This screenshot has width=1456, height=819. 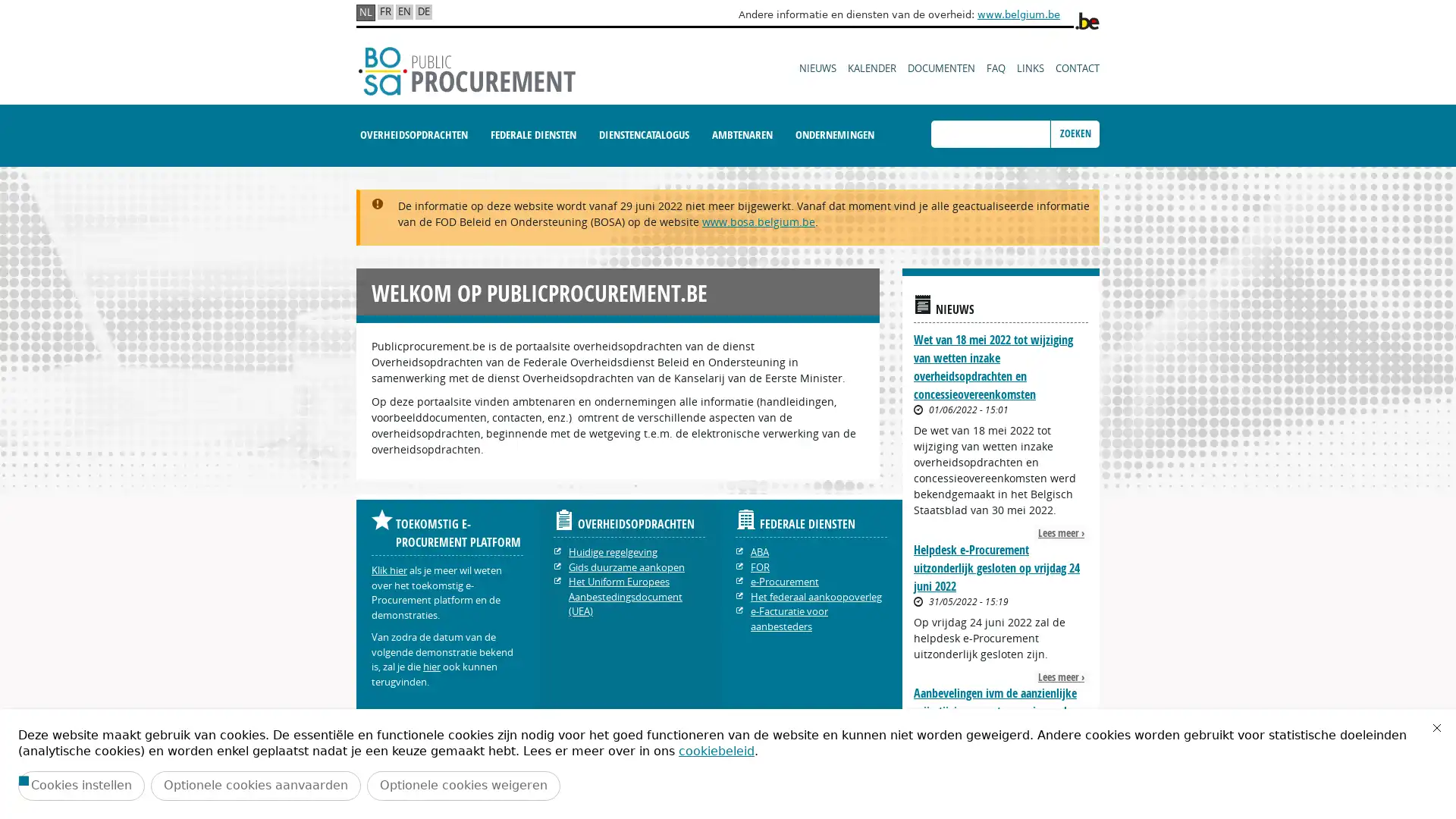 What do you see at coordinates (1074, 133) in the screenshot?
I see `Zoeken` at bounding box center [1074, 133].